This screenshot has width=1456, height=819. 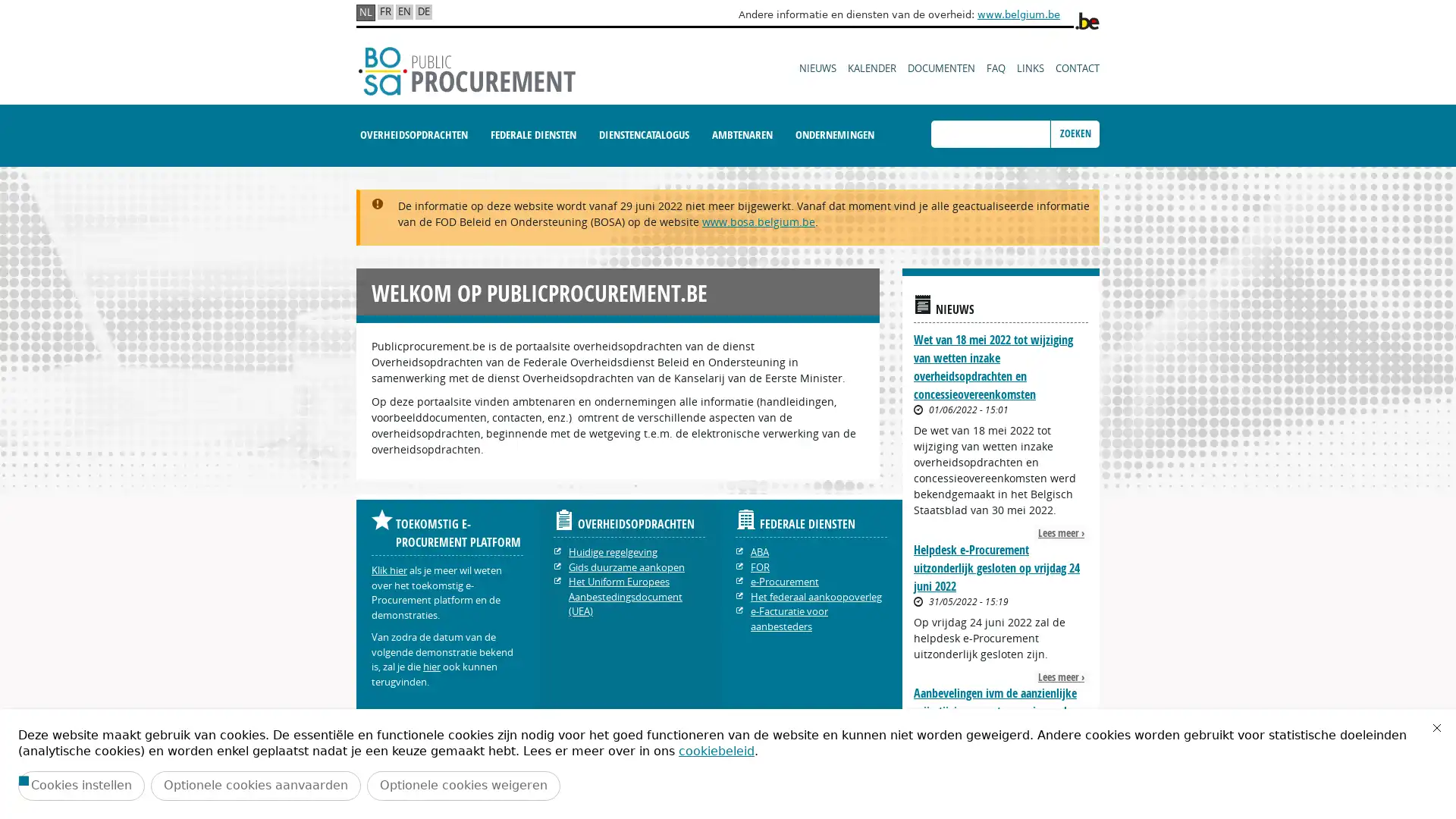 What do you see at coordinates (1074, 133) in the screenshot?
I see `Zoeken` at bounding box center [1074, 133].